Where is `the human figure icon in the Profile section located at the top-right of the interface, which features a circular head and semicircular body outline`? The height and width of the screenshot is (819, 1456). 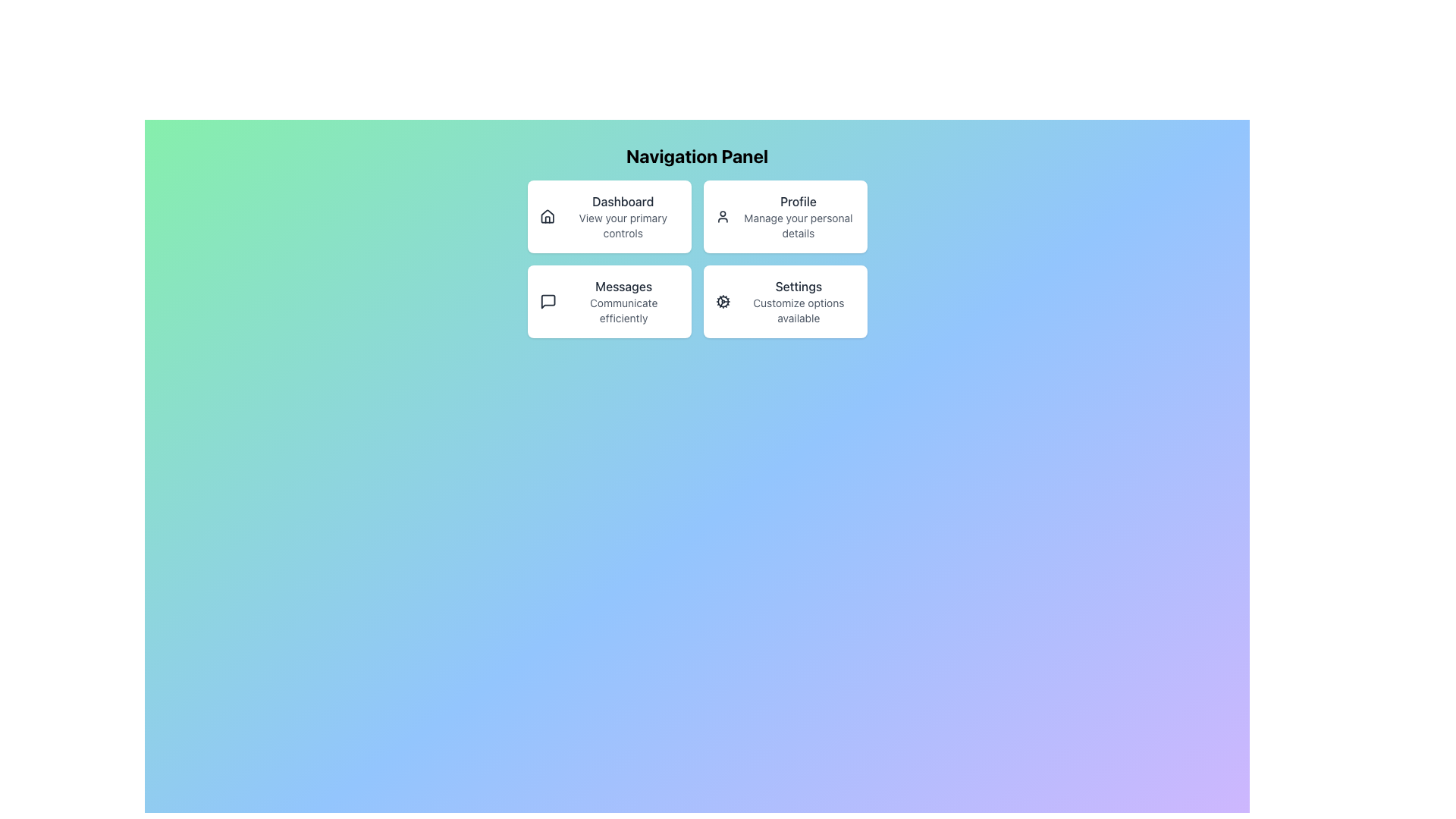
the human figure icon in the Profile section located at the top-right of the interface, which features a circular head and semicircular body outline is located at coordinates (721, 216).